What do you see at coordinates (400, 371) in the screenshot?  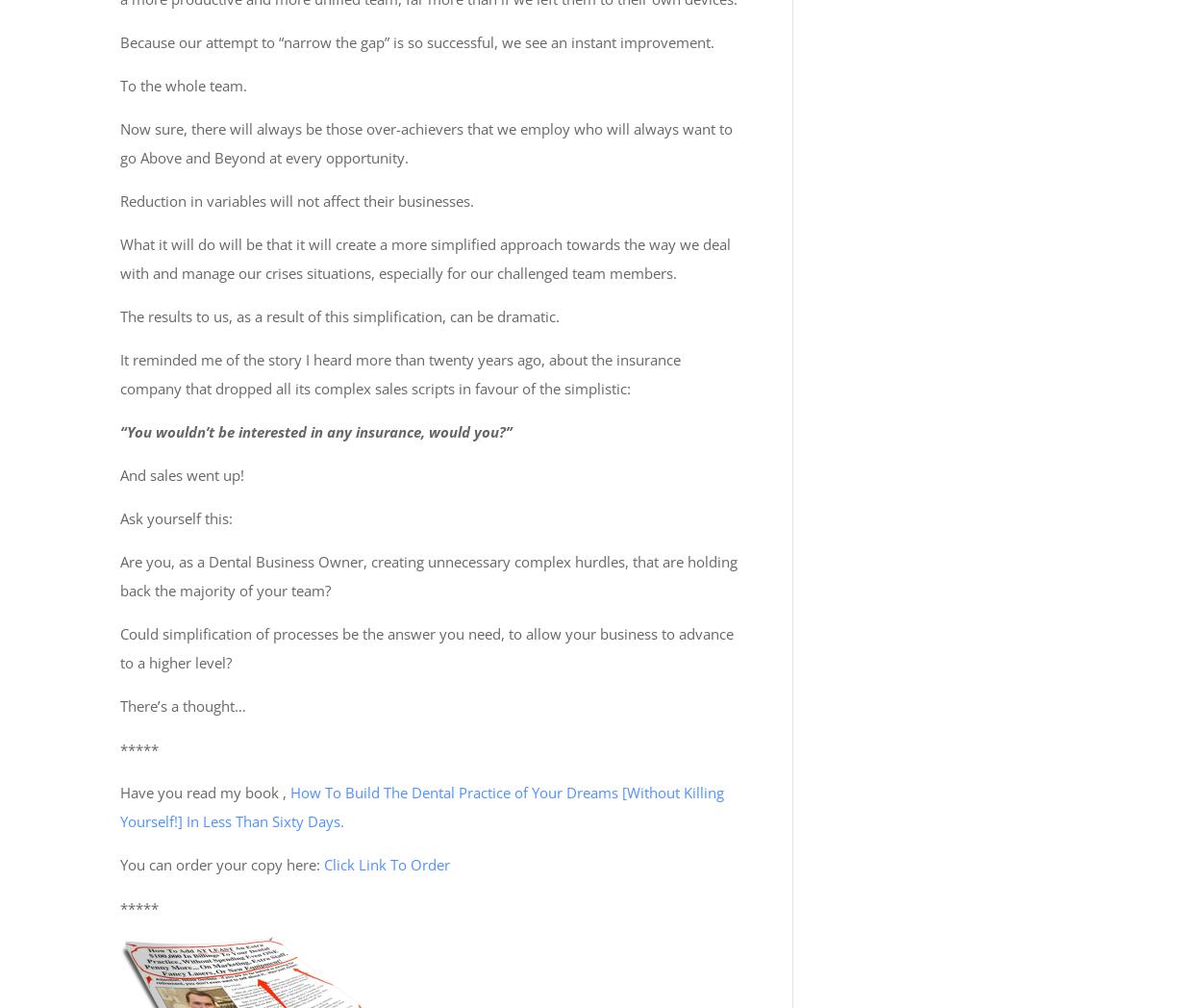 I see `'It reminded me of the story I heard more than twenty years ago, about the insurance company that dropped all its complex sales scripts in favour of the simplistic:'` at bounding box center [400, 371].